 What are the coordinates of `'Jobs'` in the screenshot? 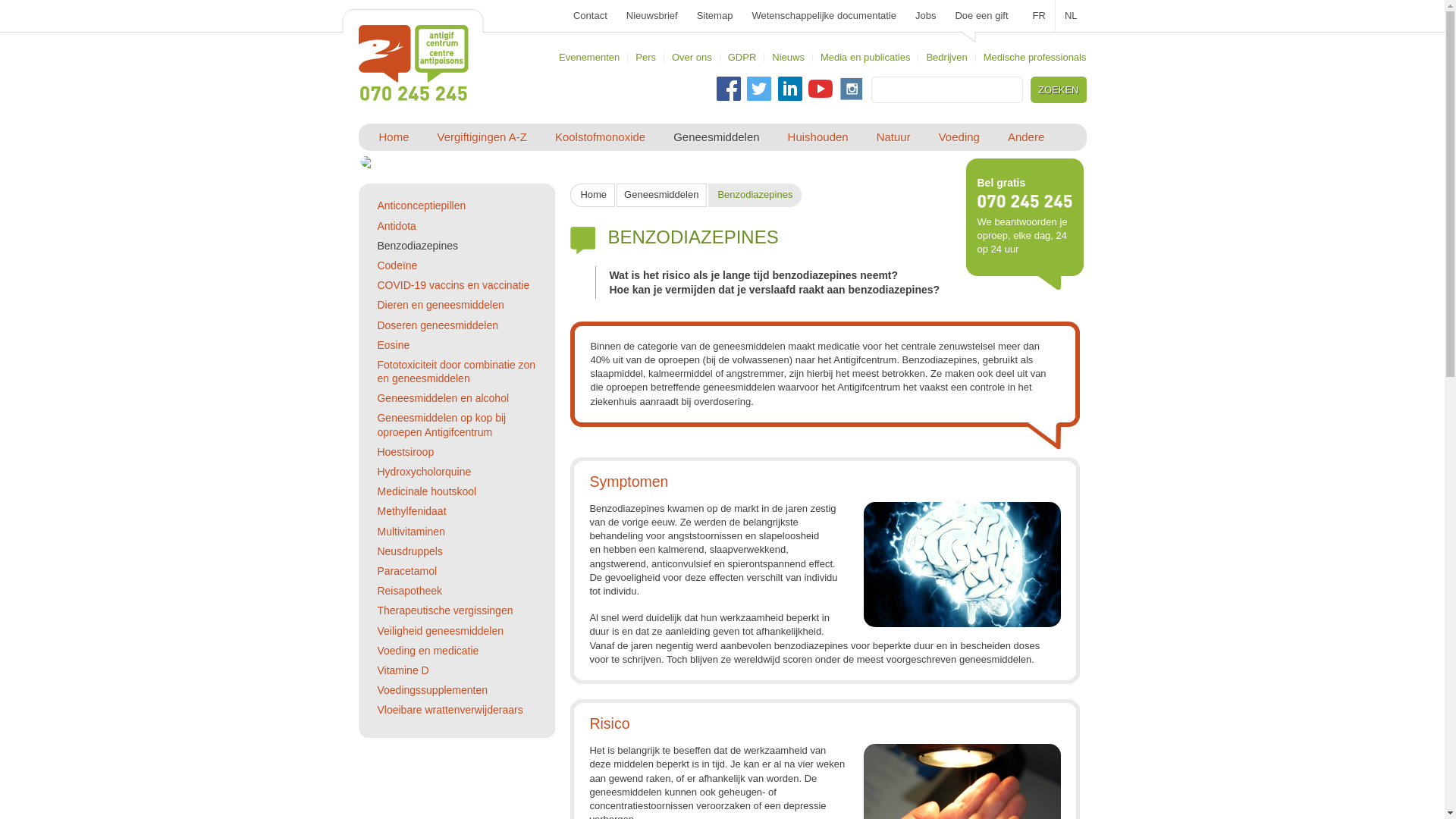 It's located at (914, 15).